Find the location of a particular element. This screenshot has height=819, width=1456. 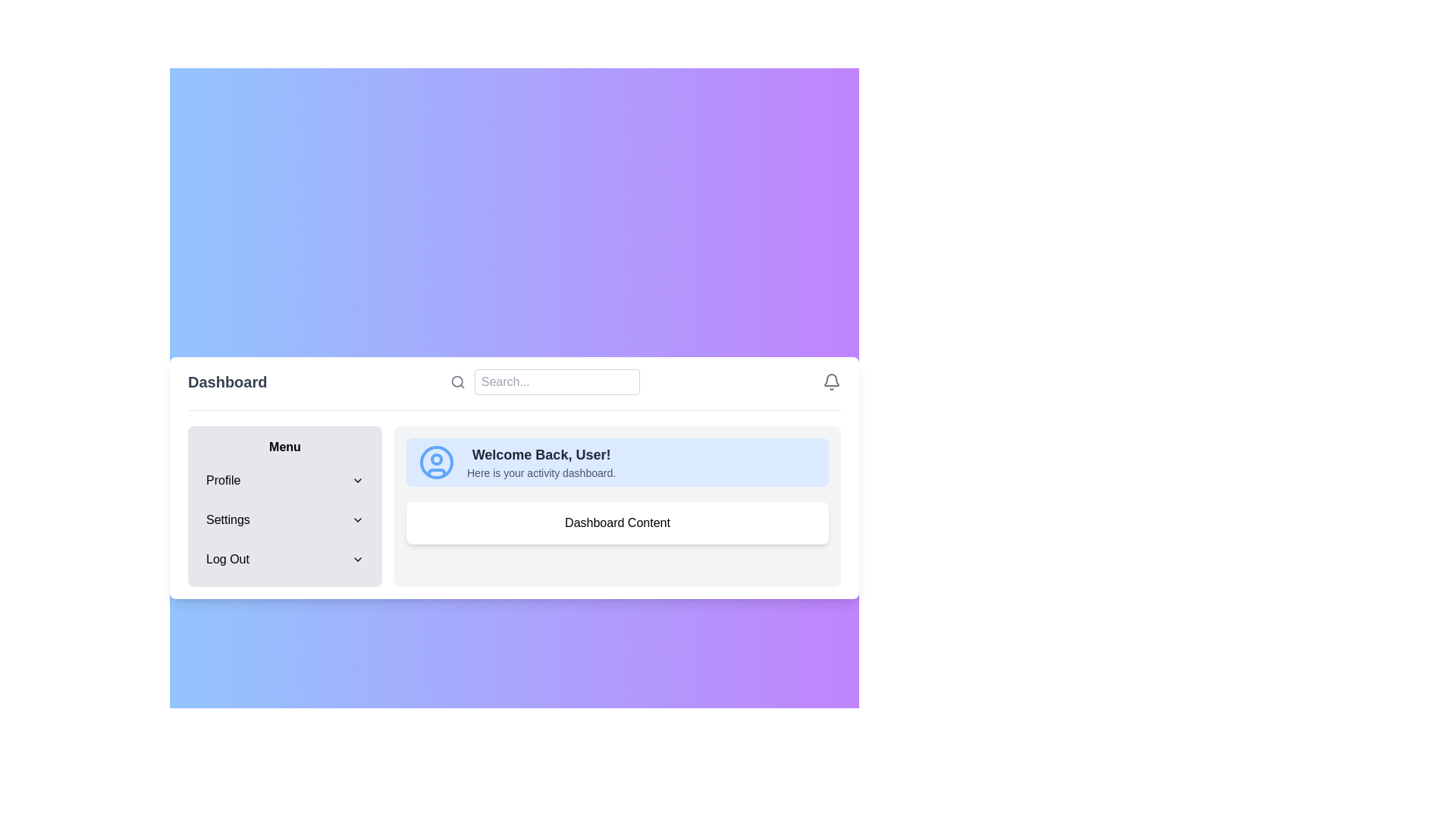

the bell icon in the top-right corner of the navigation bar is located at coordinates (831, 380).